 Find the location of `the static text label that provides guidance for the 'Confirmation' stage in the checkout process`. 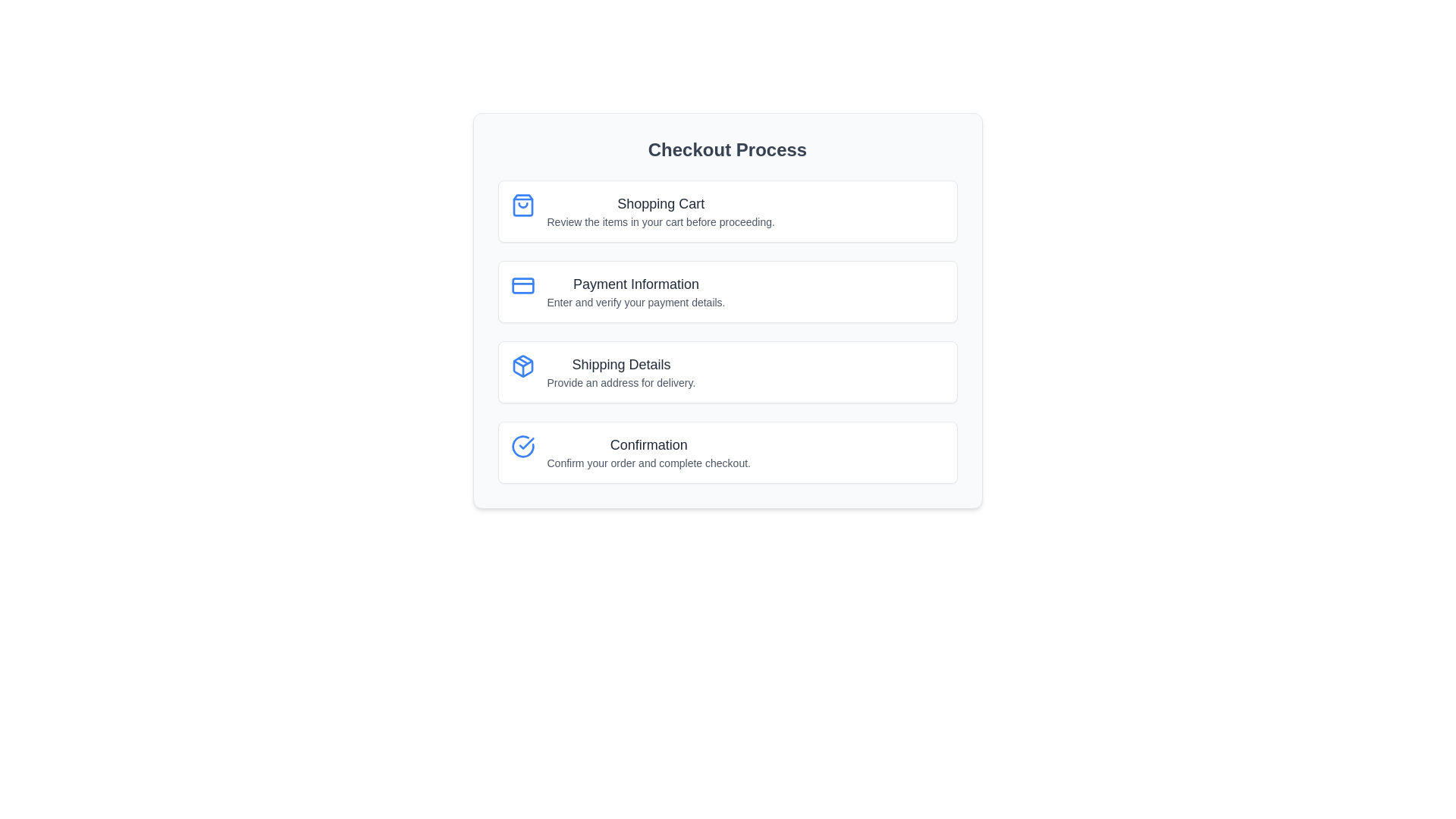

the static text label that provides guidance for the 'Confirmation' stage in the checkout process is located at coordinates (648, 462).